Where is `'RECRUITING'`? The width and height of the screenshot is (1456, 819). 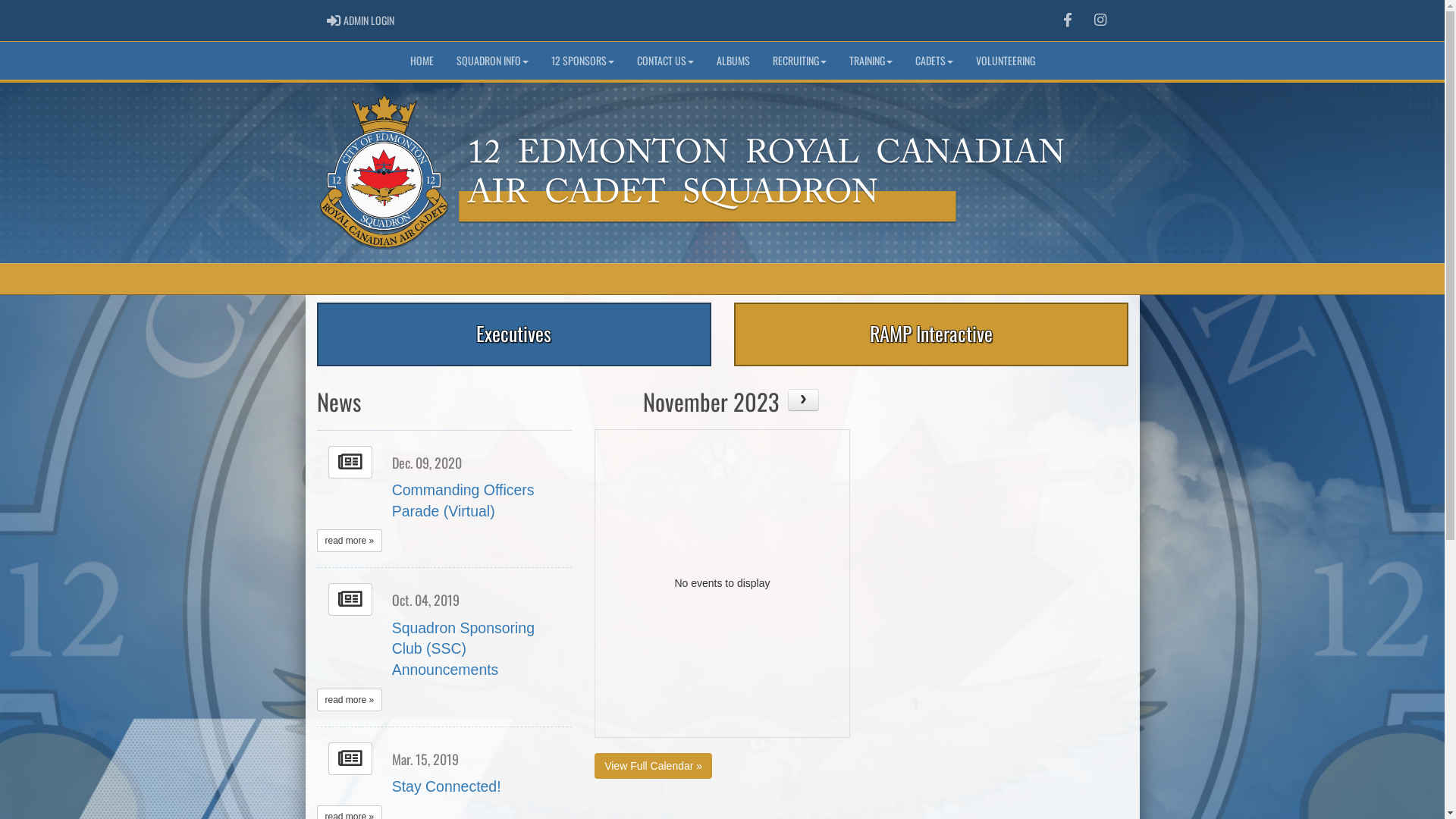 'RECRUITING' is located at coordinates (761, 60).